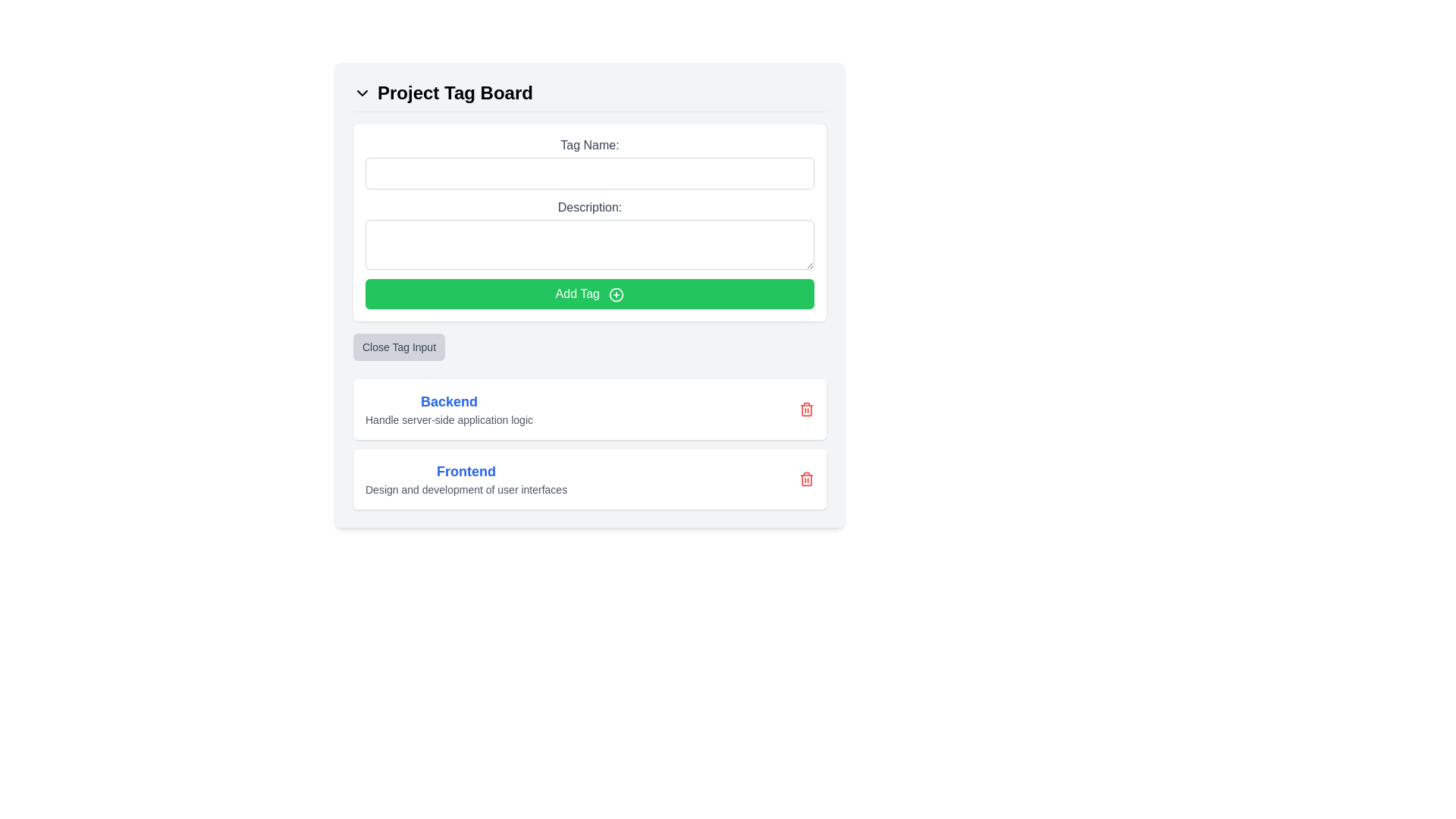  What do you see at coordinates (806, 479) in the screenshot?
I see `the trash can icon, which serves as a visual indicator for deleting the corresponding list item labeled 'Frontend'` at bounding box center [806, 479].